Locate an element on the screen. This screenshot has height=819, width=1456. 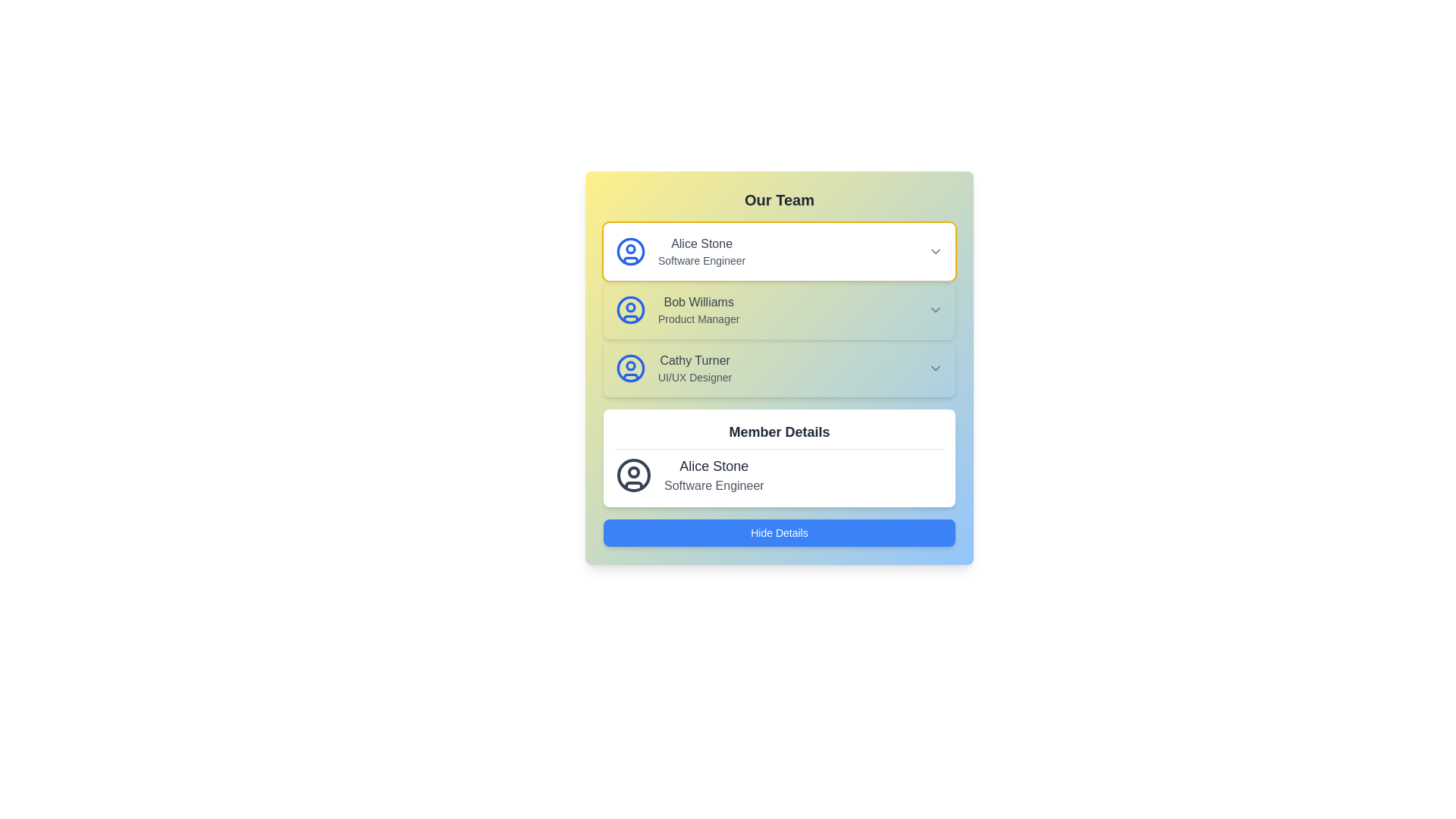
the third team member list item displaying 'Cathy Turner' and 'UI/UX Designer' for context is located at coordinates (694, 369).